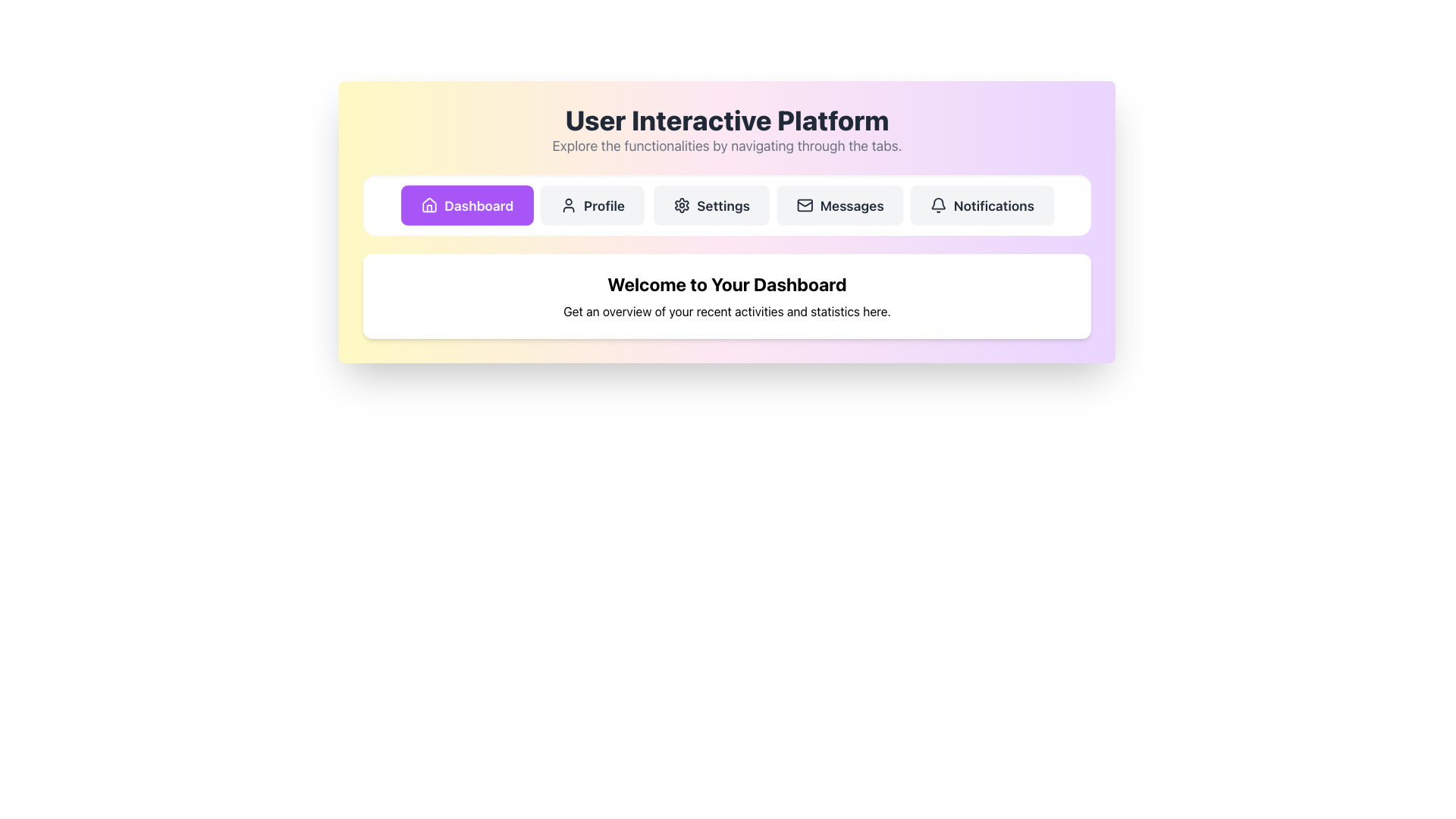 This screenshot has height=819, width=1456. What do you see at coordinates (982, 205) in the screenshot?
I see `the 'Notifications' button, which is the fifth item in the horizontal navigation bar` at bounding box center [982, 205].